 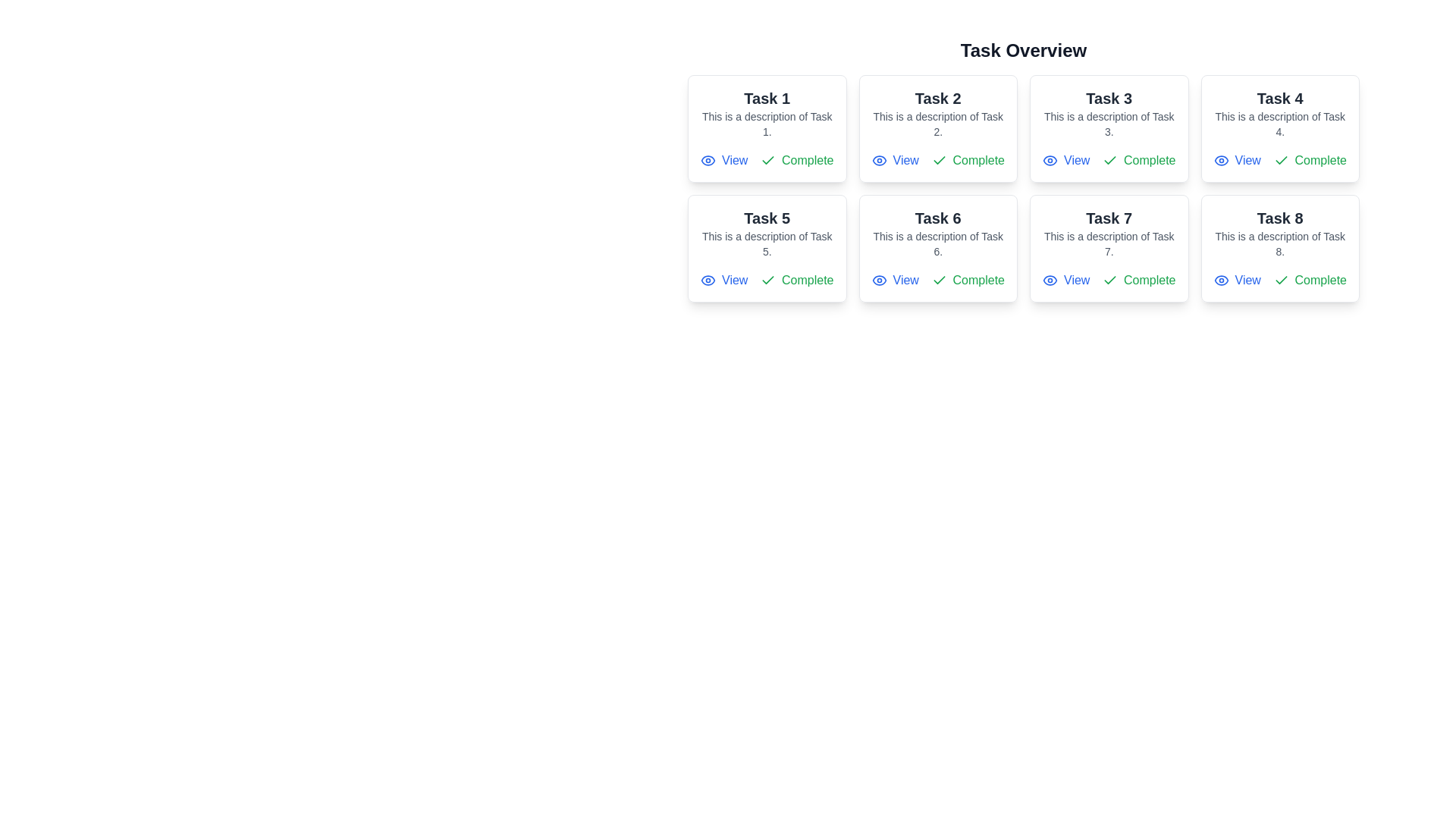 I want to click on the completion status icon for 'Task 5' located in the 'Complete' section of the second row in a 2x4 task card grid layout, so click(x=767, y=280).